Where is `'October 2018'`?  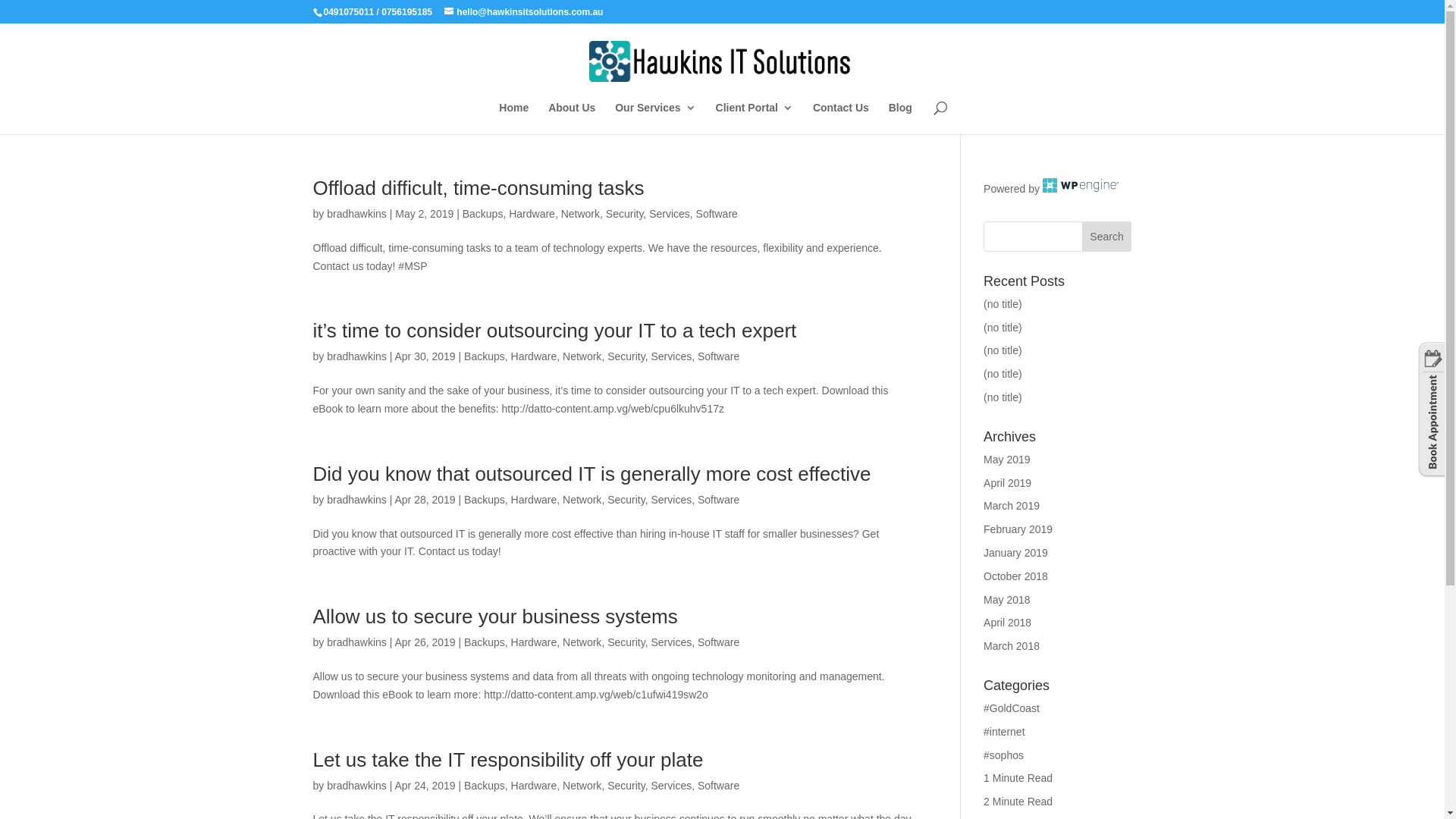
'October 2018' is located at coordinates (983, 576).